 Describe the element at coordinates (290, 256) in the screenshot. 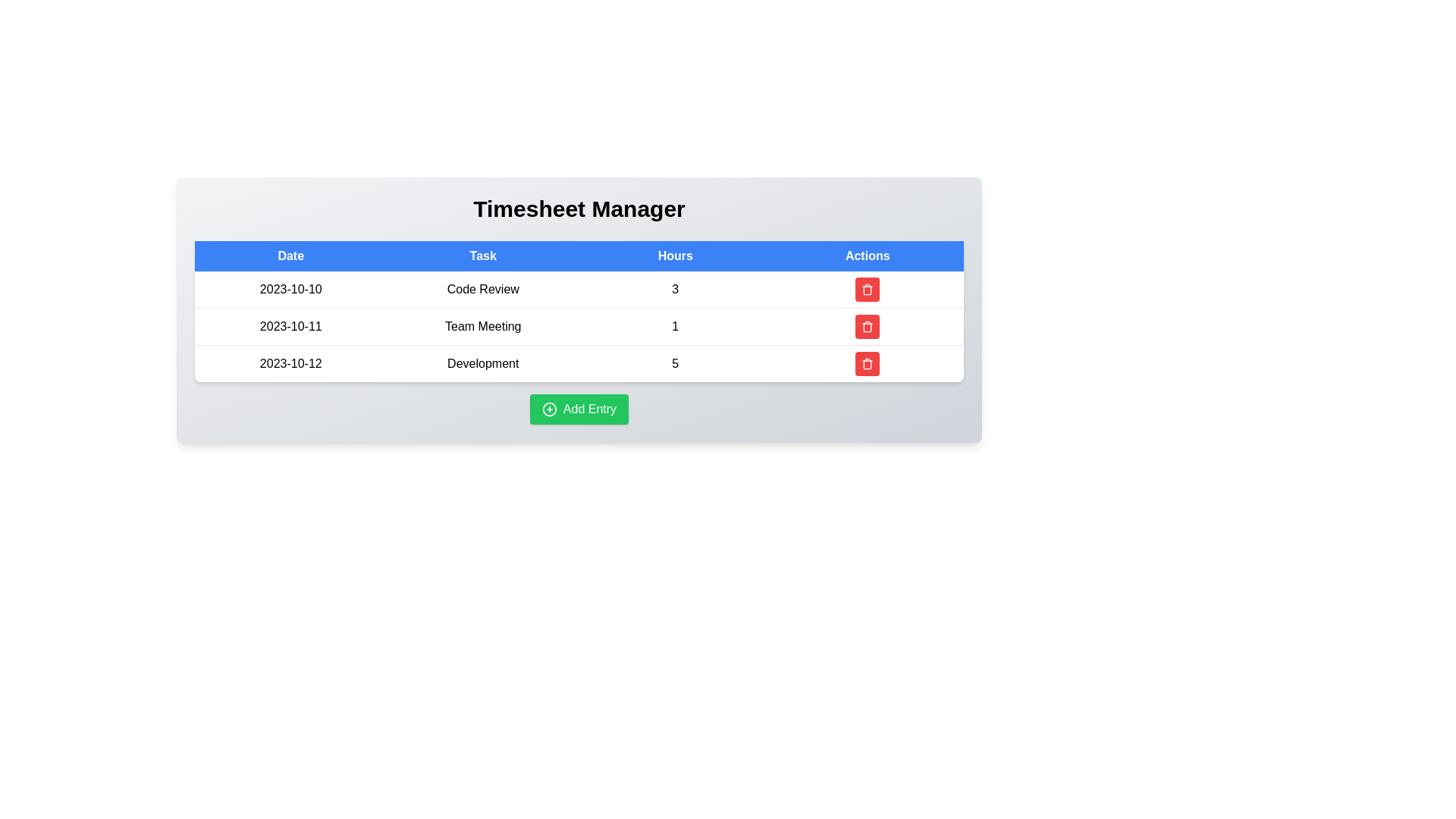

I see `the text label with a blue background reading 'Date', which is the first header in the table's header section` at that location.